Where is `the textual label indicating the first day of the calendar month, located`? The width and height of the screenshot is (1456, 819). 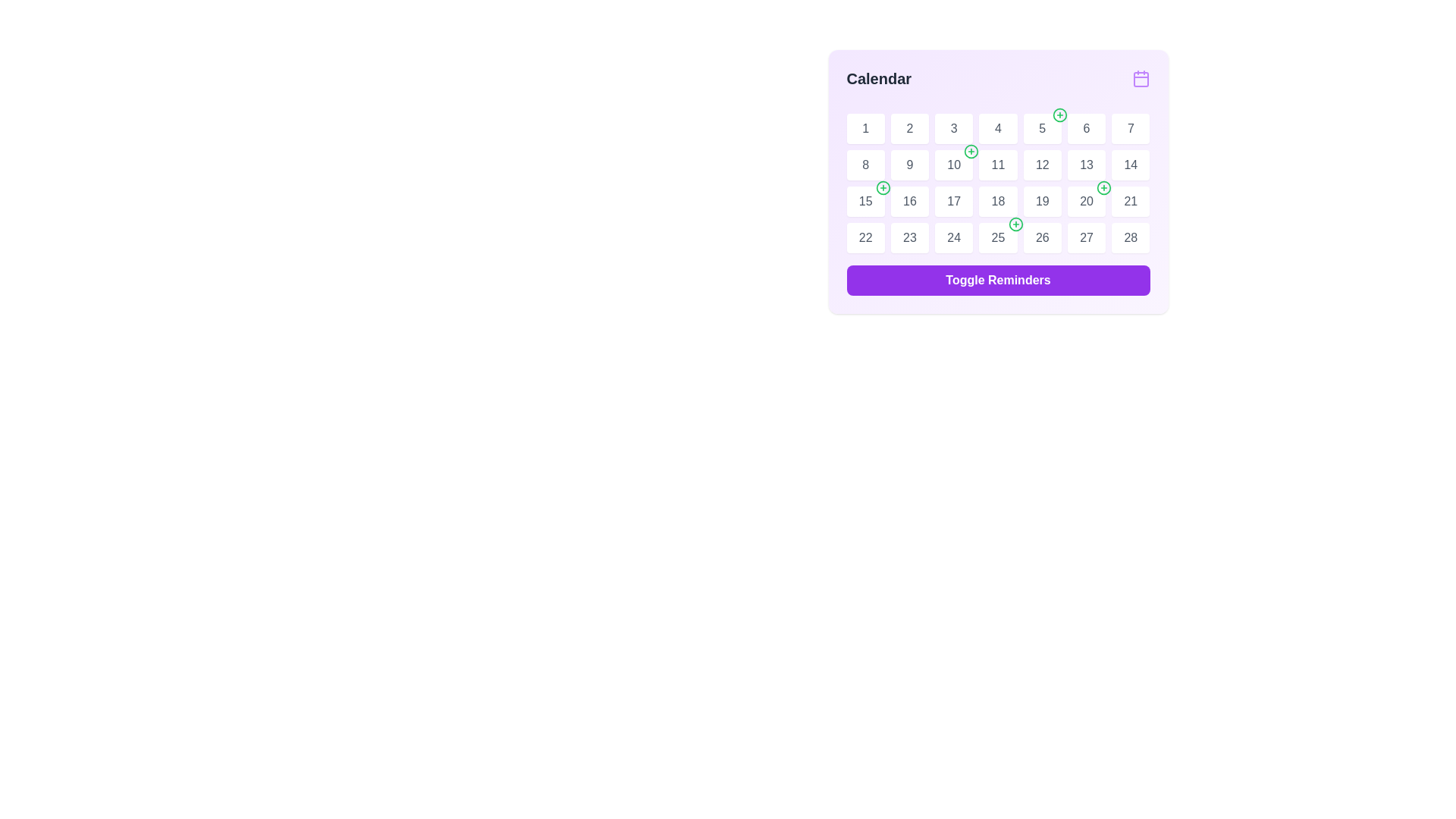
the textual label indicating the first day of the calendar month, located is located at coordinates (865, 127).